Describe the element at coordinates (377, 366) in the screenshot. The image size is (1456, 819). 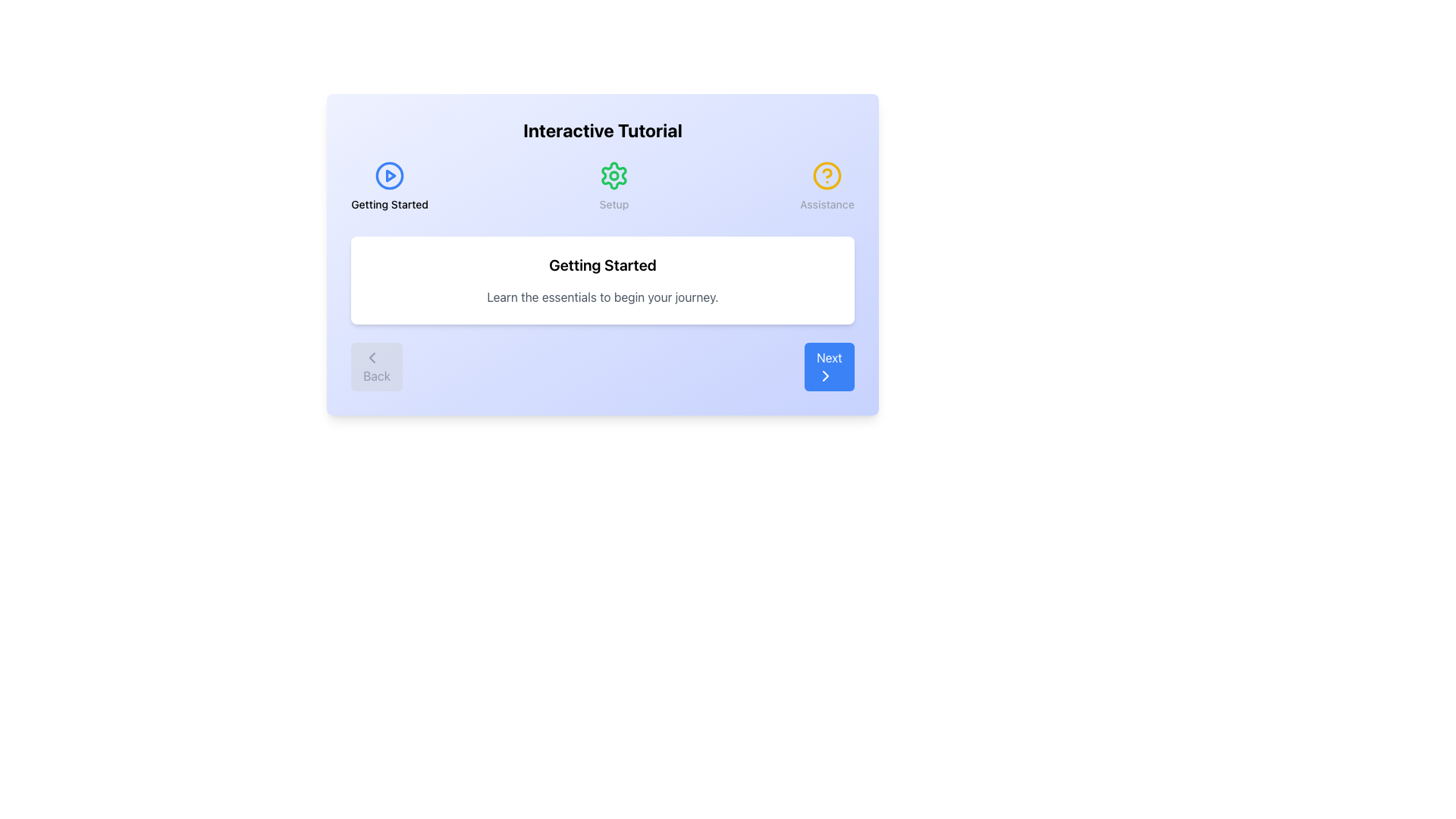
I see `the 'Back' button with a gray background and rounded corners, which is the leftmost button in the horizontal layout at the bottom of the card interface` at that location.